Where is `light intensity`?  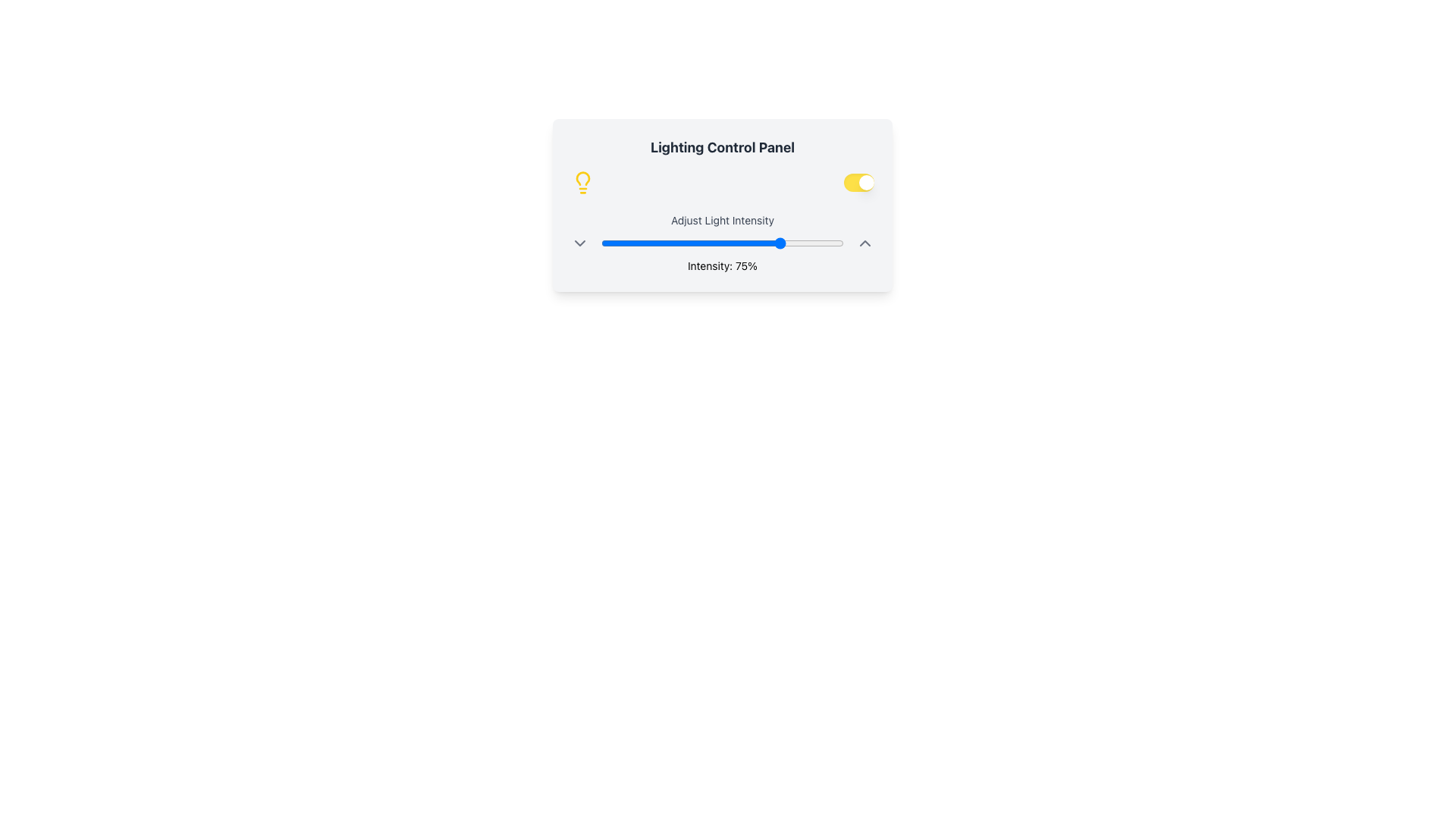
light intensity is located at coordinates (786, 242).